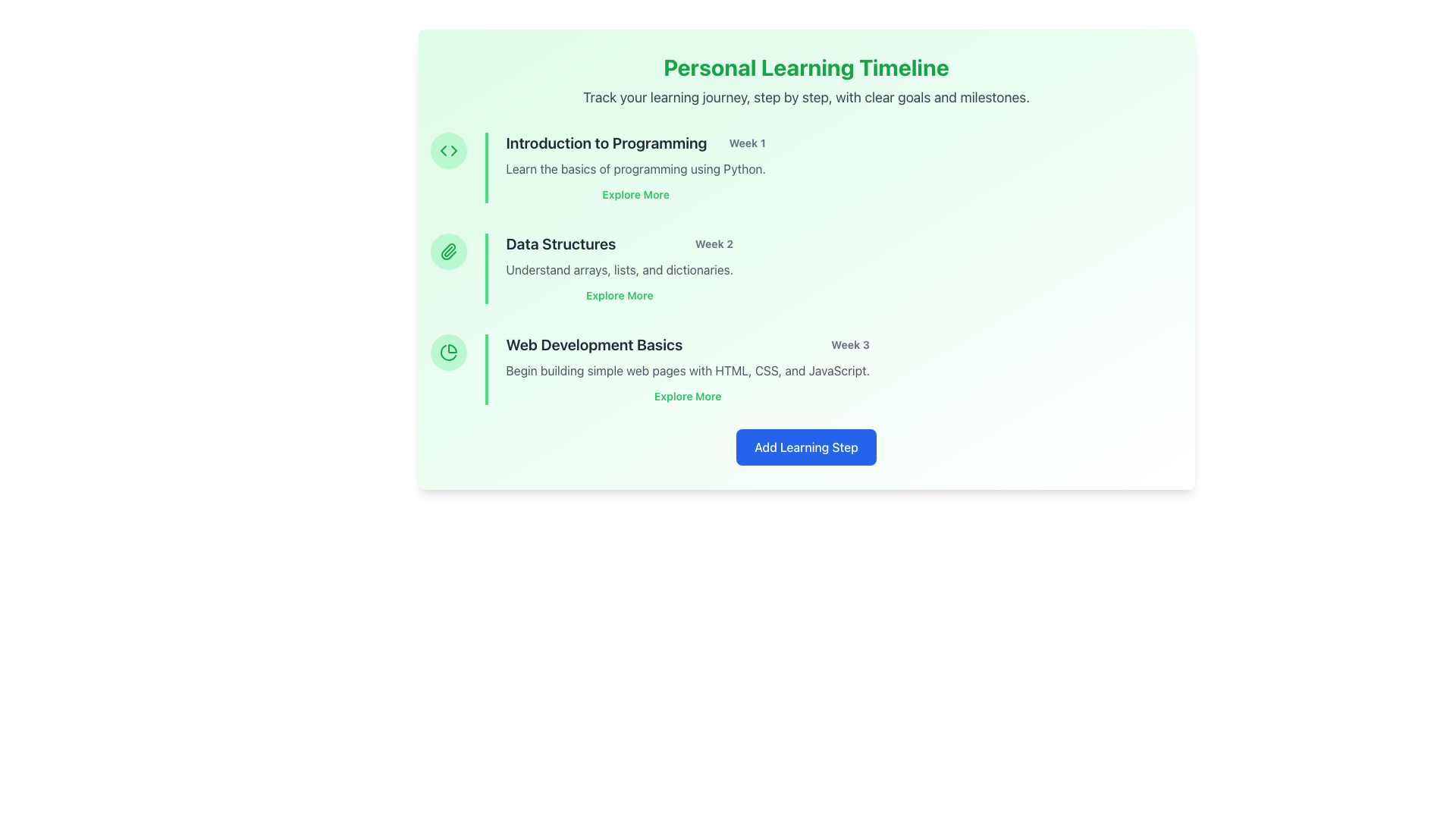  What do you see at coordinates (805, 81) in the screenshot?
I see `the Header Section that displays 'Personal Learning Timeline' with a light green background and contains the text 'Track your learning journey, step by step, with clear goals and milestones.'` at bounding box center [805, 81].